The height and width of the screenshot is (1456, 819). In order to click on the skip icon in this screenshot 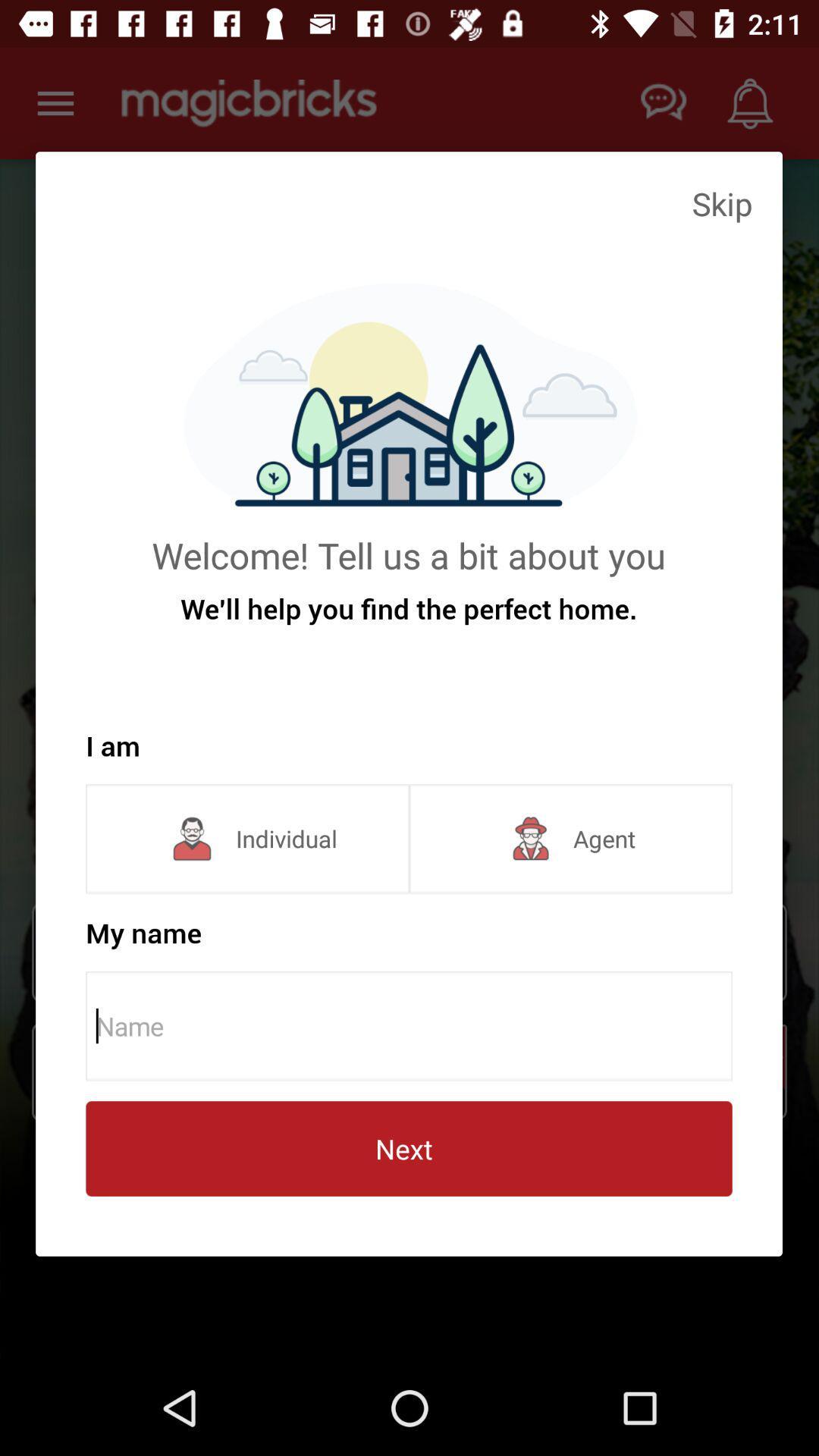, I will do `click(721, 202)`.